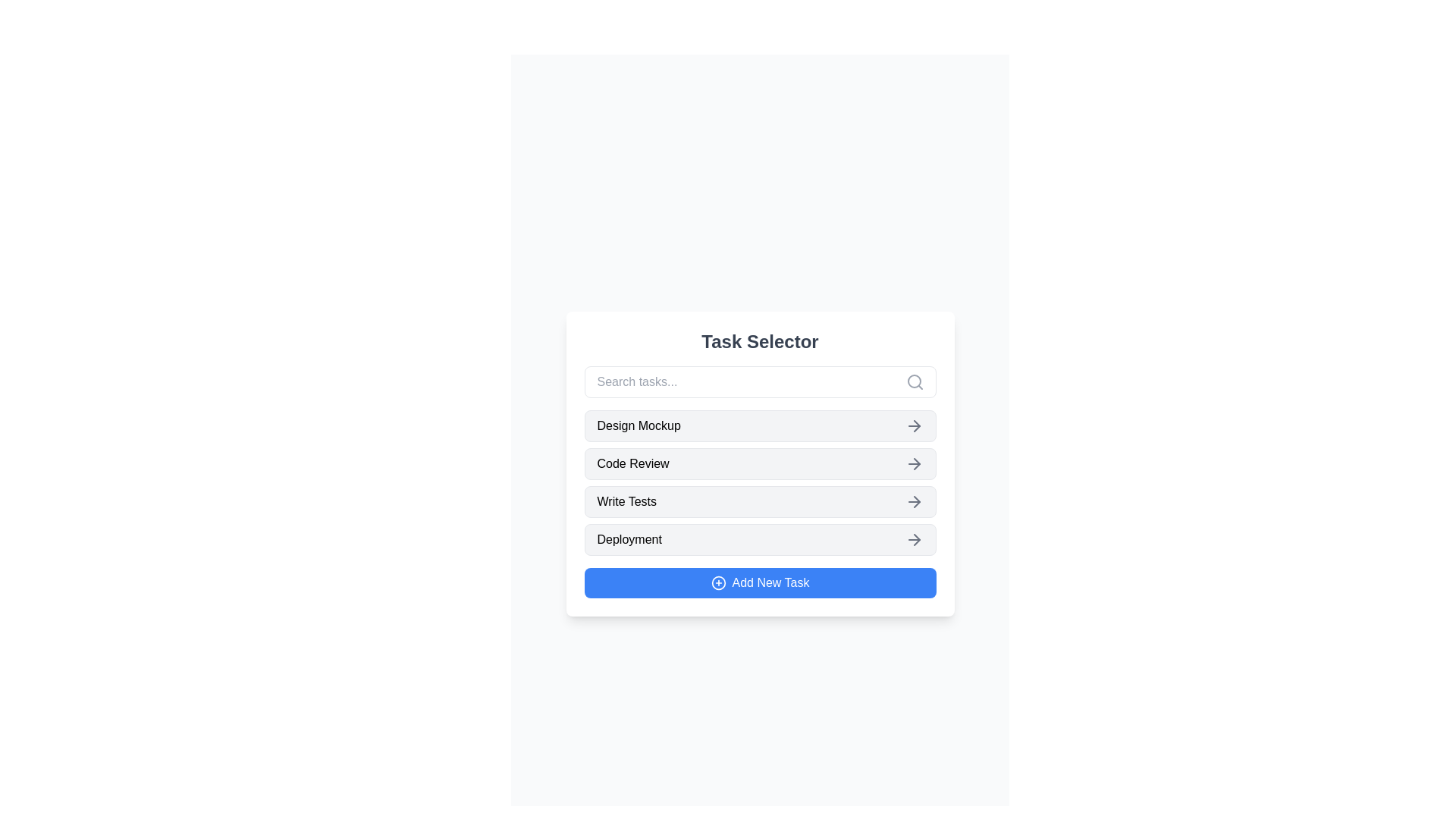  Describe the element at coordinates (760, 463) in the screenshot. I see `the 'Code Review' button using keyboard navigation` at that location.